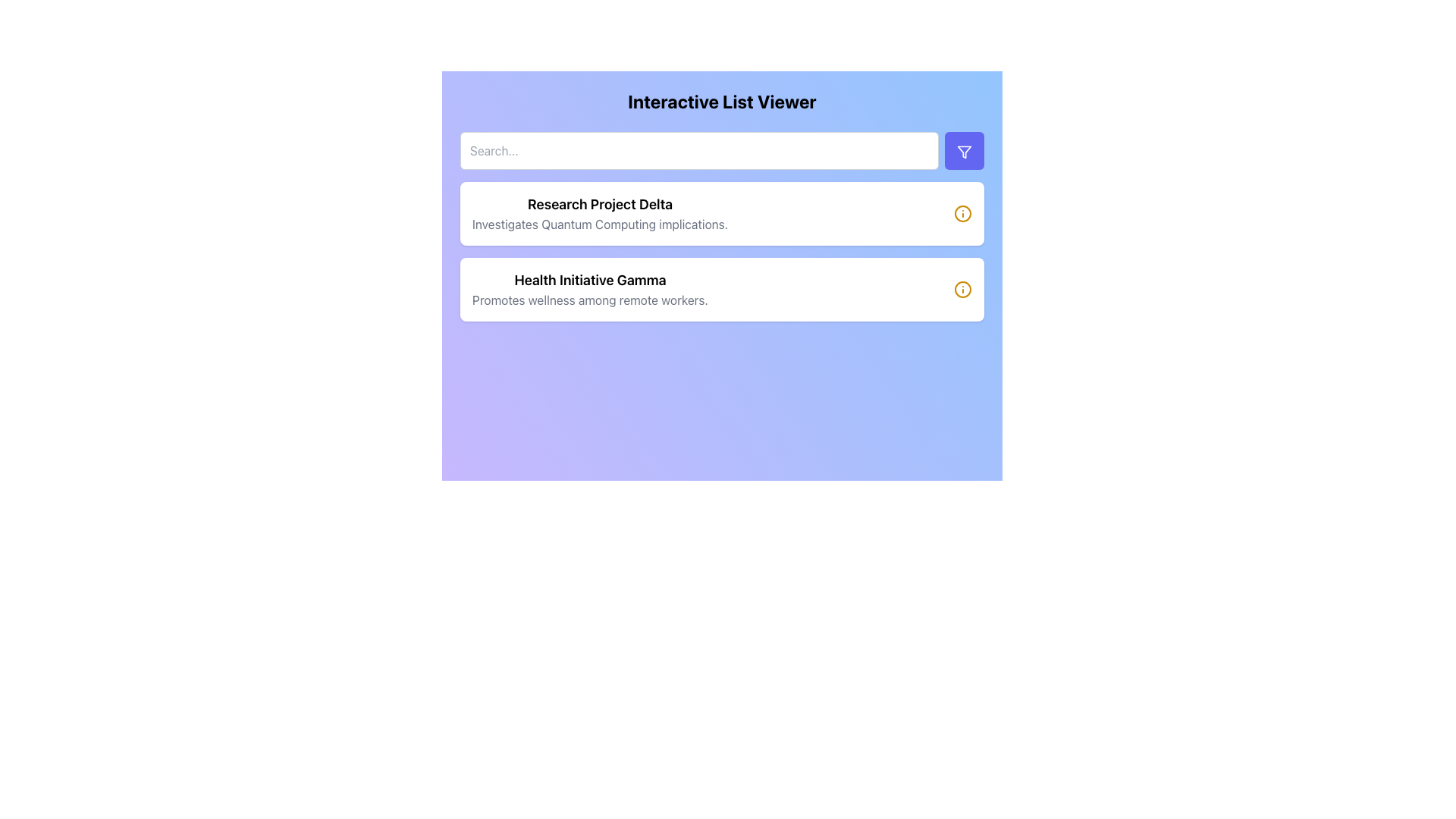  What do you see at coordinates (721, 110) in the screenshot?
I see `the header element titled 'What this Text' located at the top of the interface, which describes the purpose of the interactive list viewer` at bounding box center [721, 110].